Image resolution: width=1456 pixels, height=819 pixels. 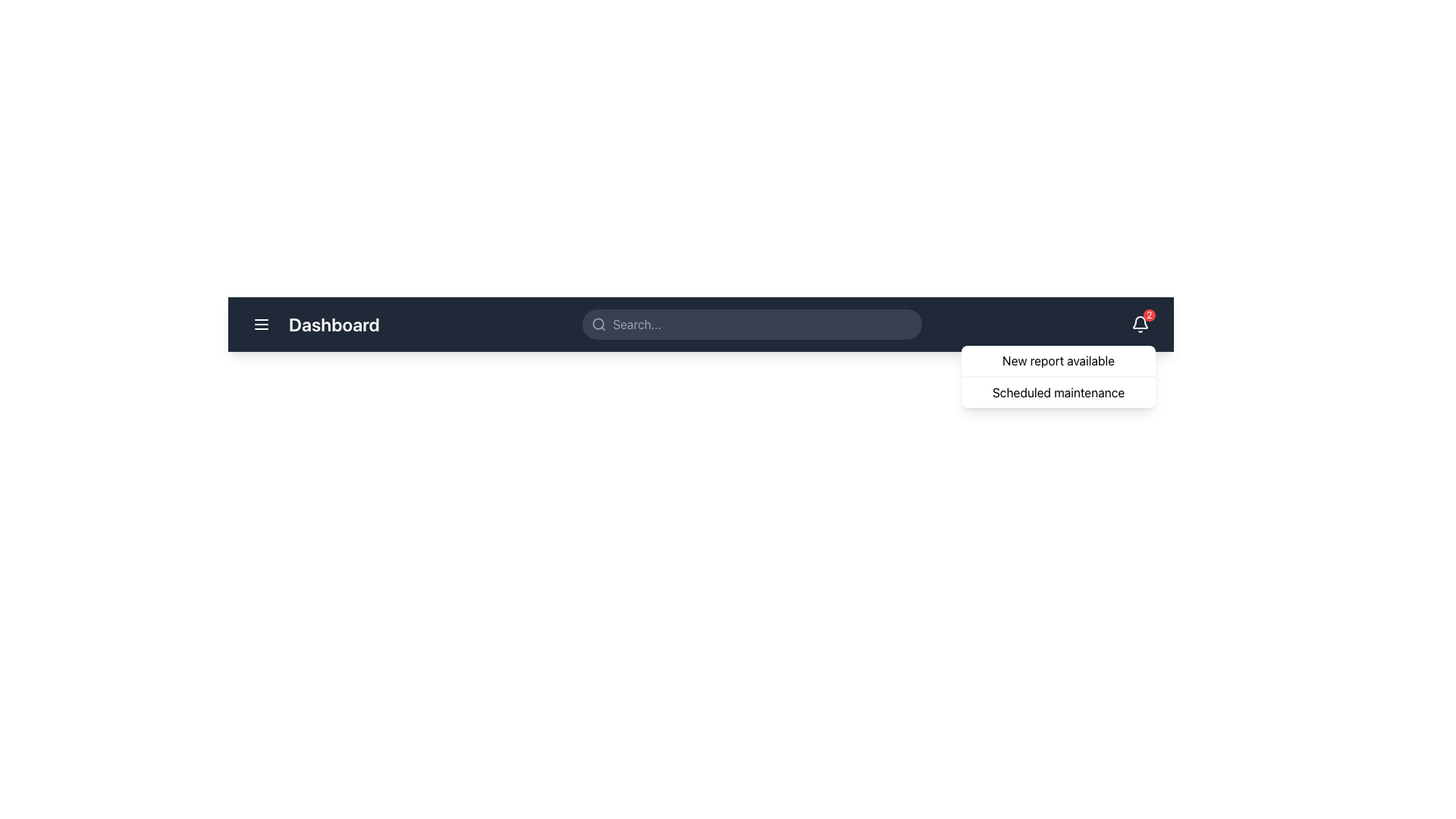 What do you see at coordinates (1058, 391) in the screenshot?
I see `the static text label that informs the user about a scheduled maintenance event, located below the 'New report available' label within the dropdown menu` at bounding box center [1058, 391].